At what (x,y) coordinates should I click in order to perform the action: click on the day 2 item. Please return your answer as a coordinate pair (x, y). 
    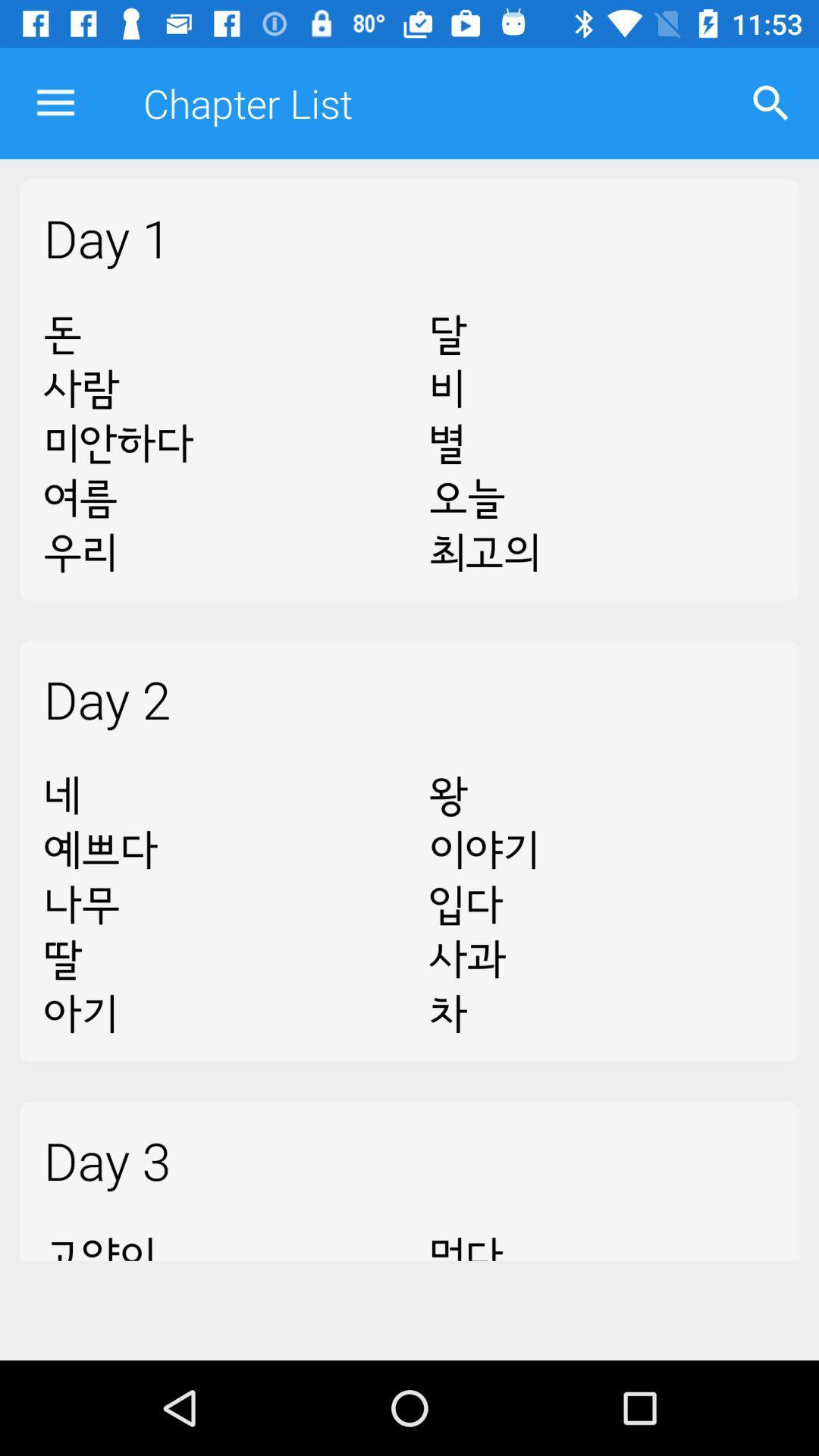
    Looking at the image, I should click on (409, 698).